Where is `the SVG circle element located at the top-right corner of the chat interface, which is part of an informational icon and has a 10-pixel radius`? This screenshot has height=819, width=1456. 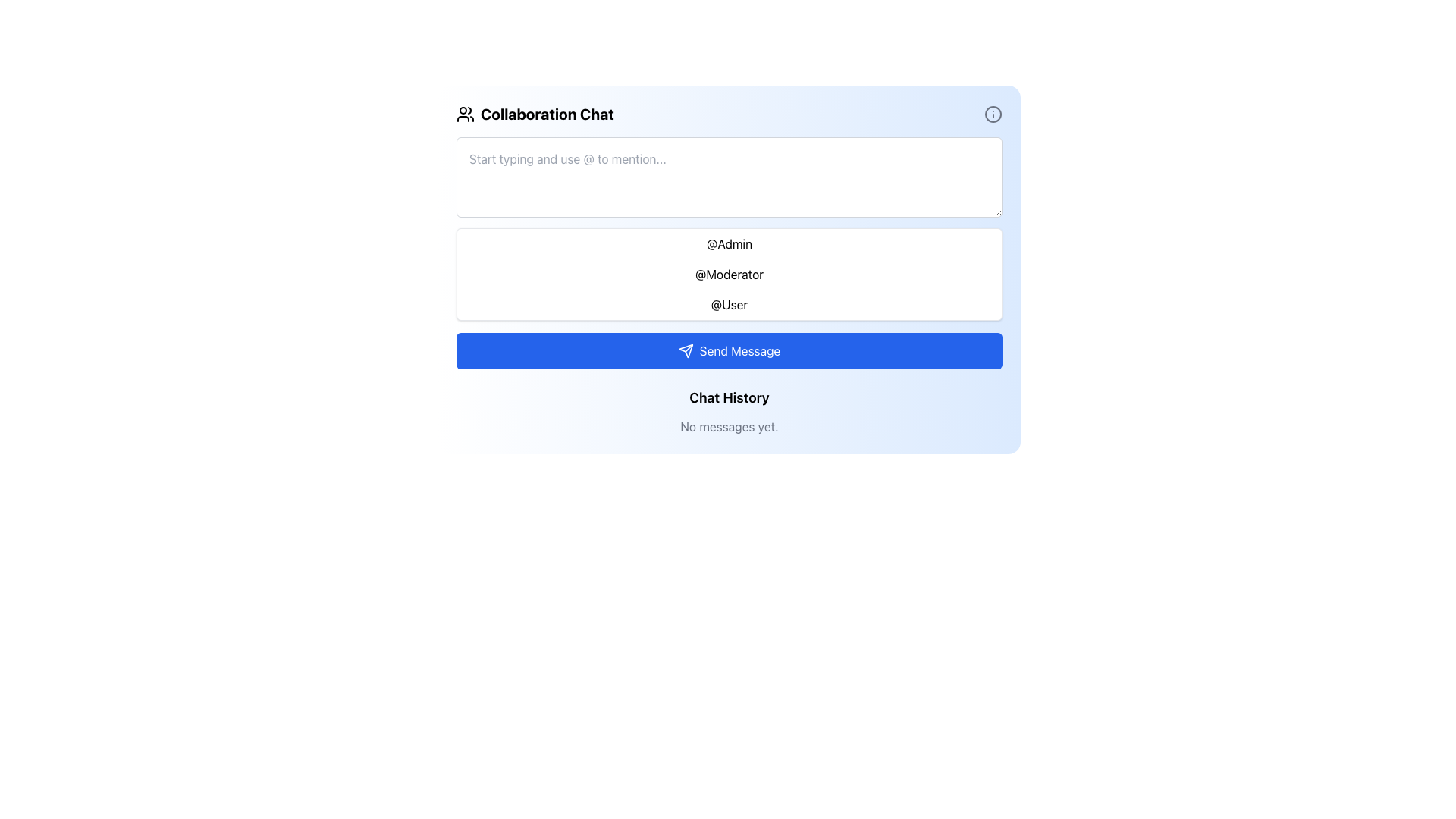
the SVG circle element located at the top-right corner of the chat interface, which is part of an informational icon and has a 10-pixel radius is located at coordinates (993, 113).